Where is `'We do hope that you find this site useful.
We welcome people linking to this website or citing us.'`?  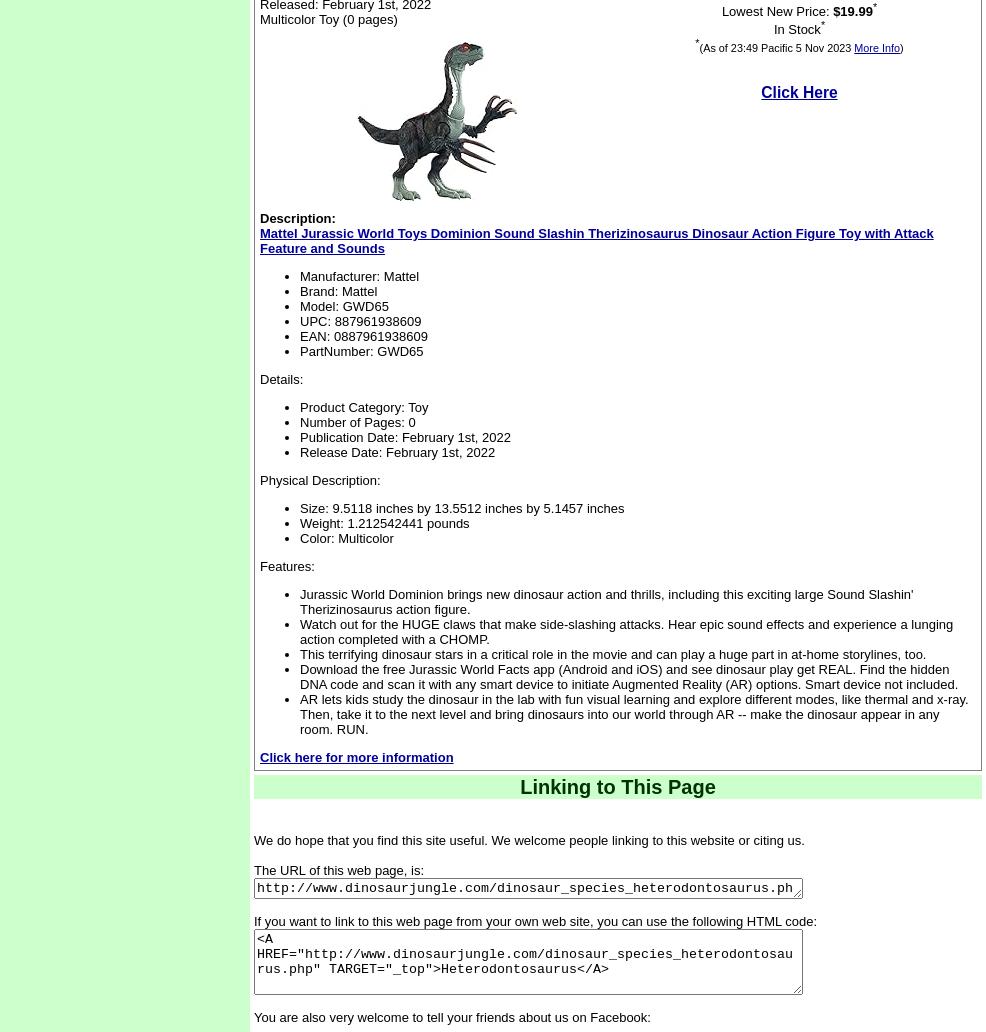 'We do hope that you find this site useful.
We welcome people linking to this website or citing us.' is located at coordinates (527, 840).